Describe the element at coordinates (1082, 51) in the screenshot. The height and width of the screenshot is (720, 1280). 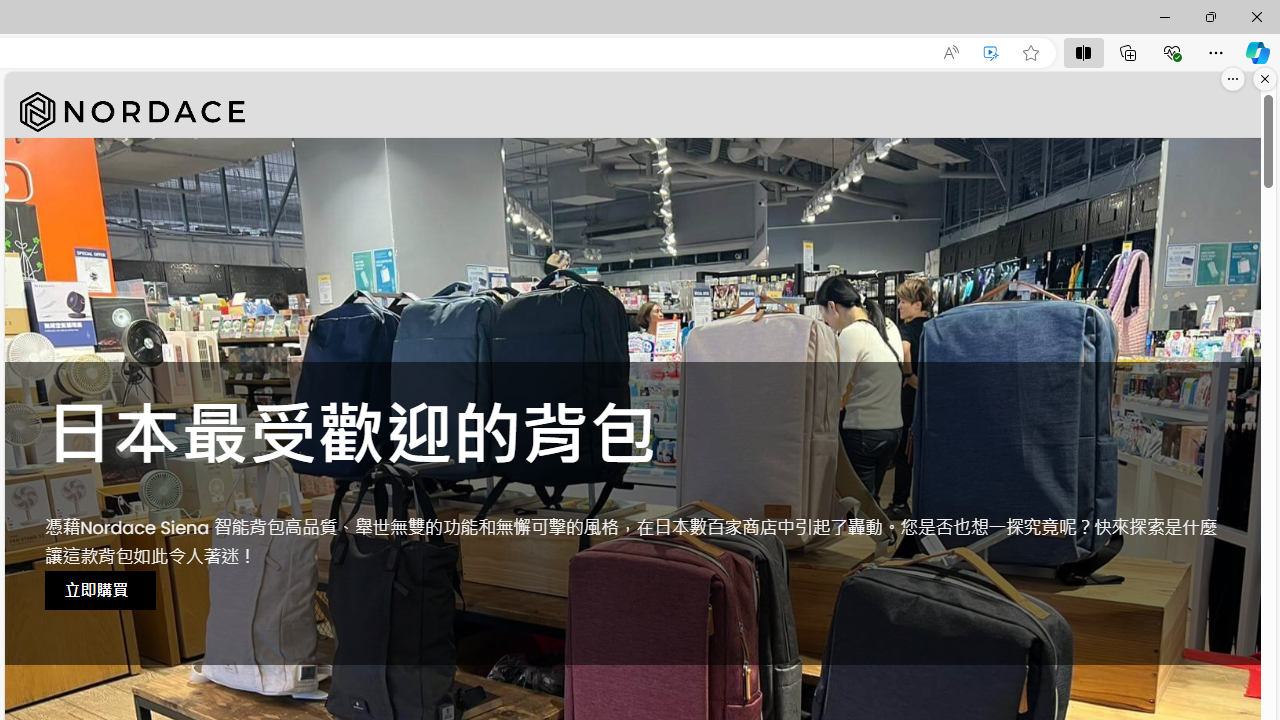
I see `'Split screen'` at that location.